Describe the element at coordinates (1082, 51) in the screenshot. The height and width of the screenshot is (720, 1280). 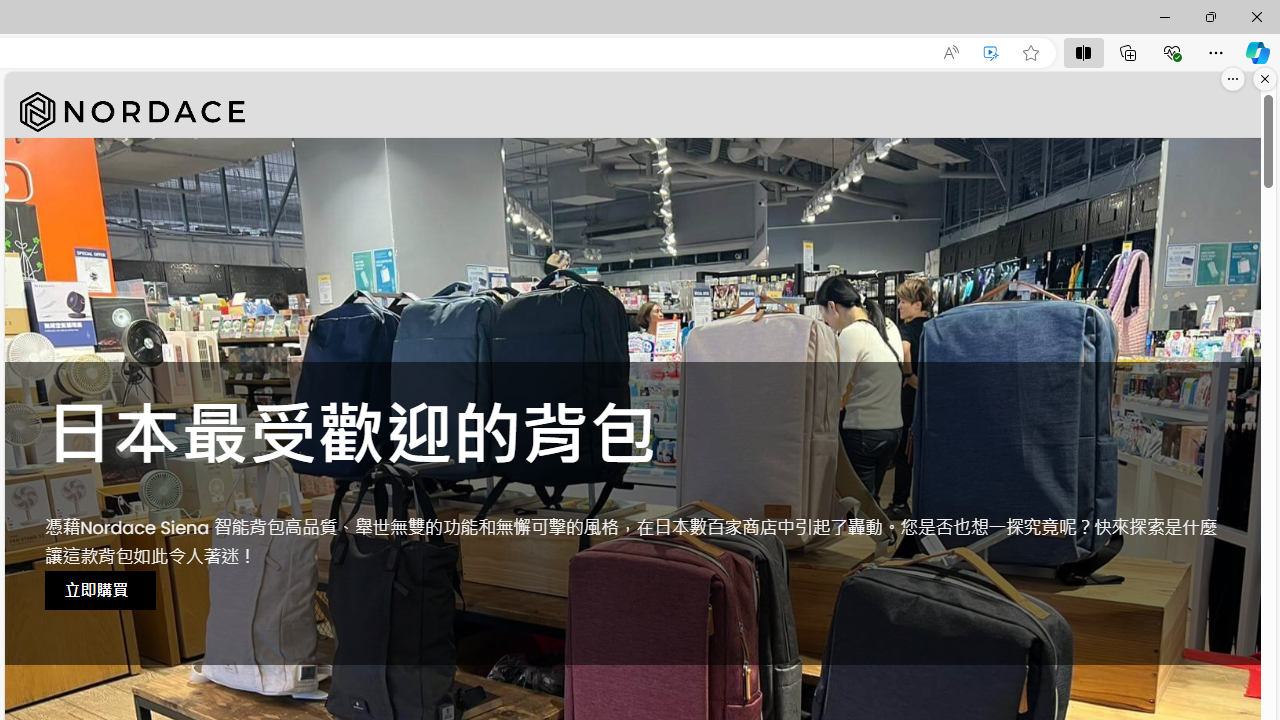
I see `'Split screen'` at that location.